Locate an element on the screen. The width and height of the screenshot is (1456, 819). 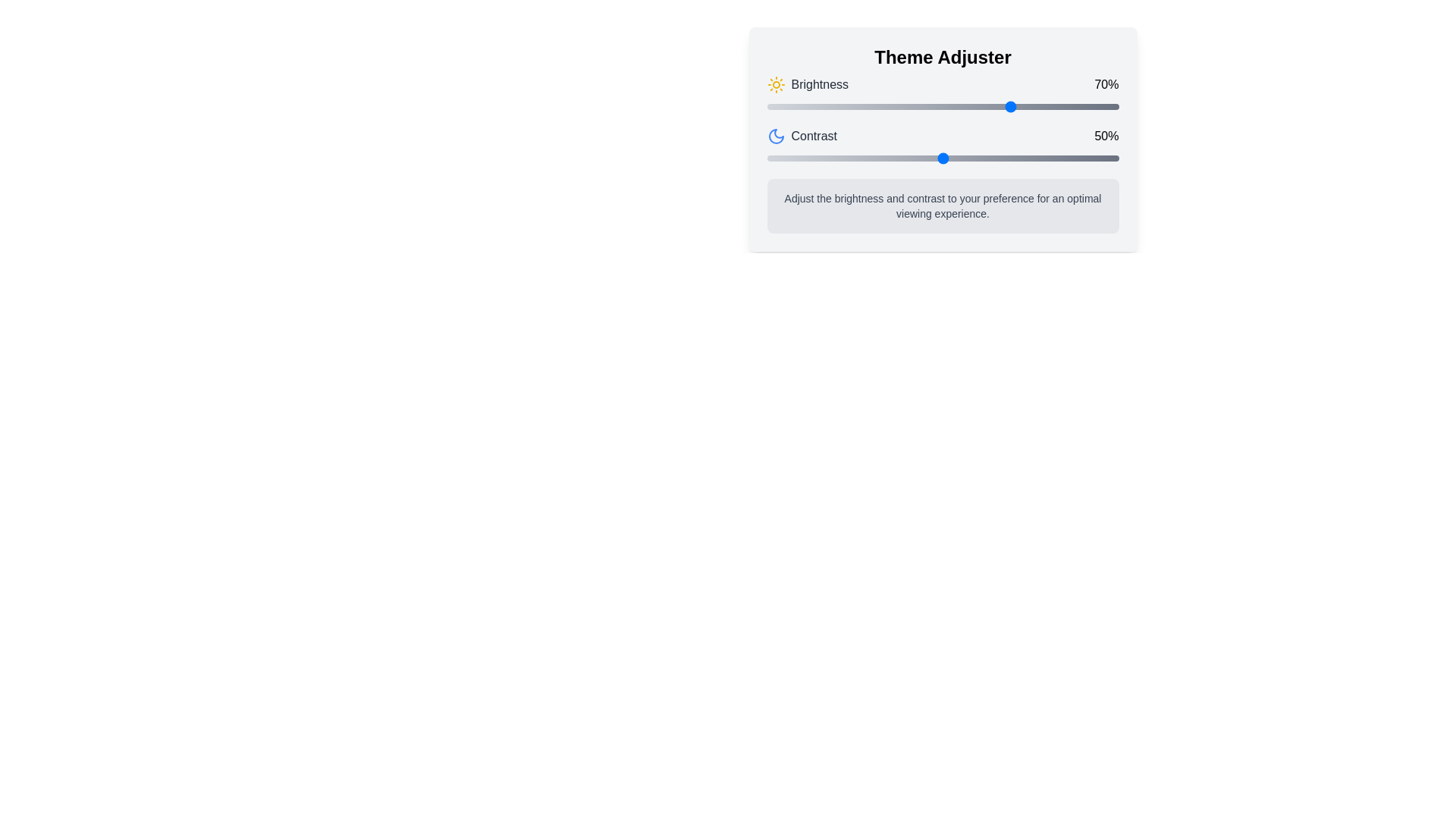
contrast is located at coordinates (826, 158).